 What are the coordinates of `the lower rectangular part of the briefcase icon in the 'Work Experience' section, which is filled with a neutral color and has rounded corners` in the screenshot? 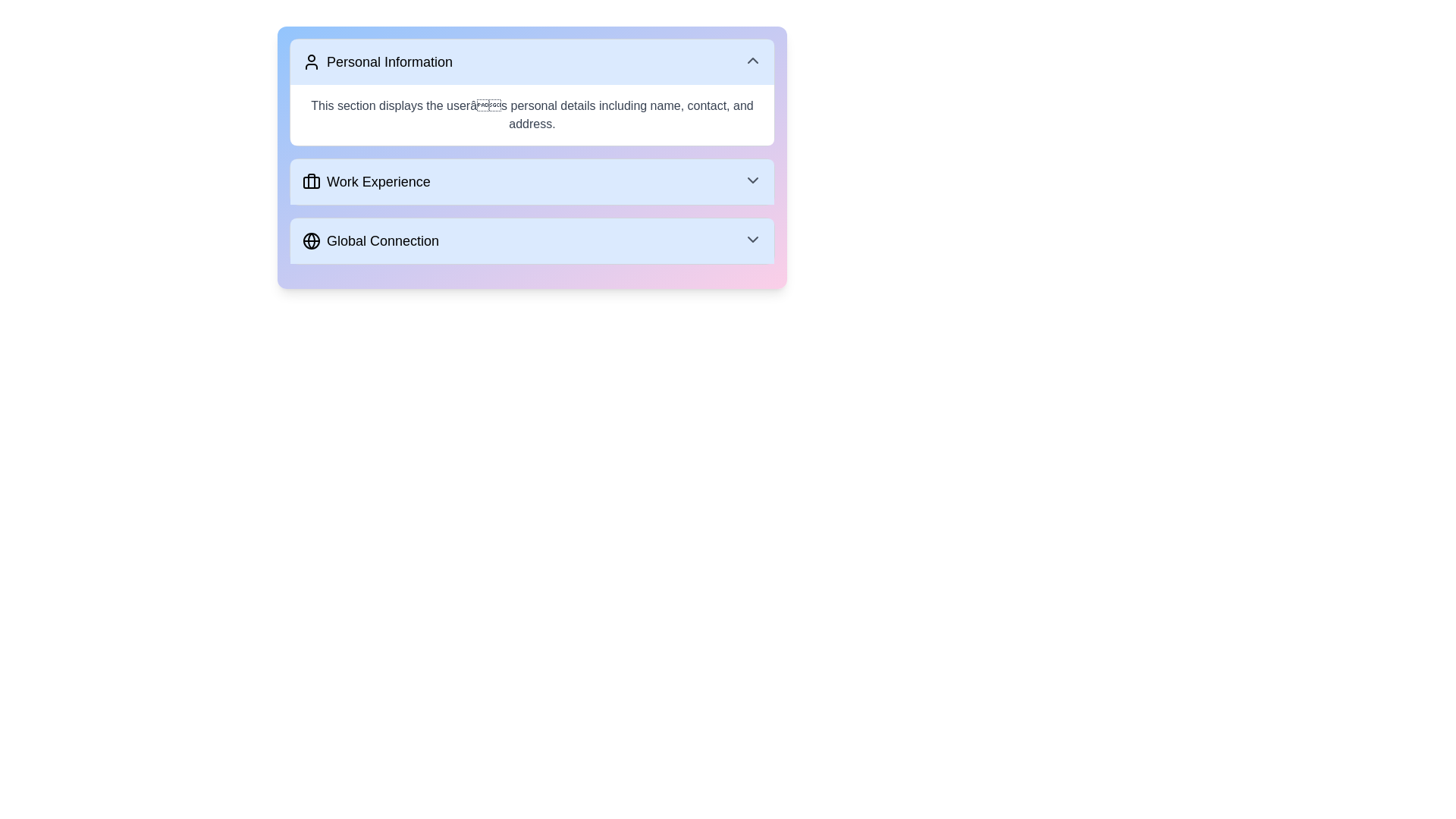 It's located at (311, 181).